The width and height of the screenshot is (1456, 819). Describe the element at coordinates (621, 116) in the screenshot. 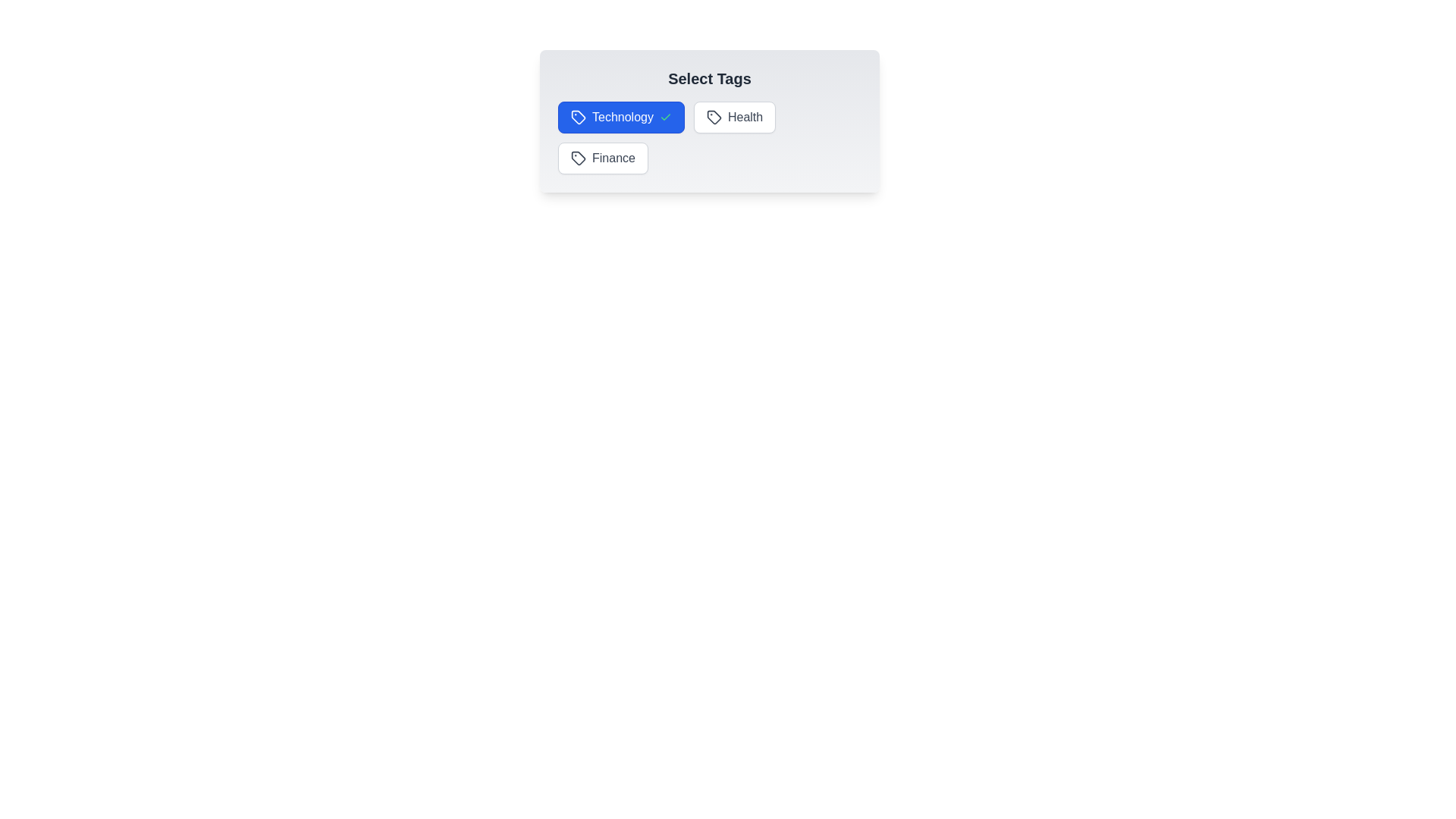

I see `the tag Technology to toggle its selection` at that location.